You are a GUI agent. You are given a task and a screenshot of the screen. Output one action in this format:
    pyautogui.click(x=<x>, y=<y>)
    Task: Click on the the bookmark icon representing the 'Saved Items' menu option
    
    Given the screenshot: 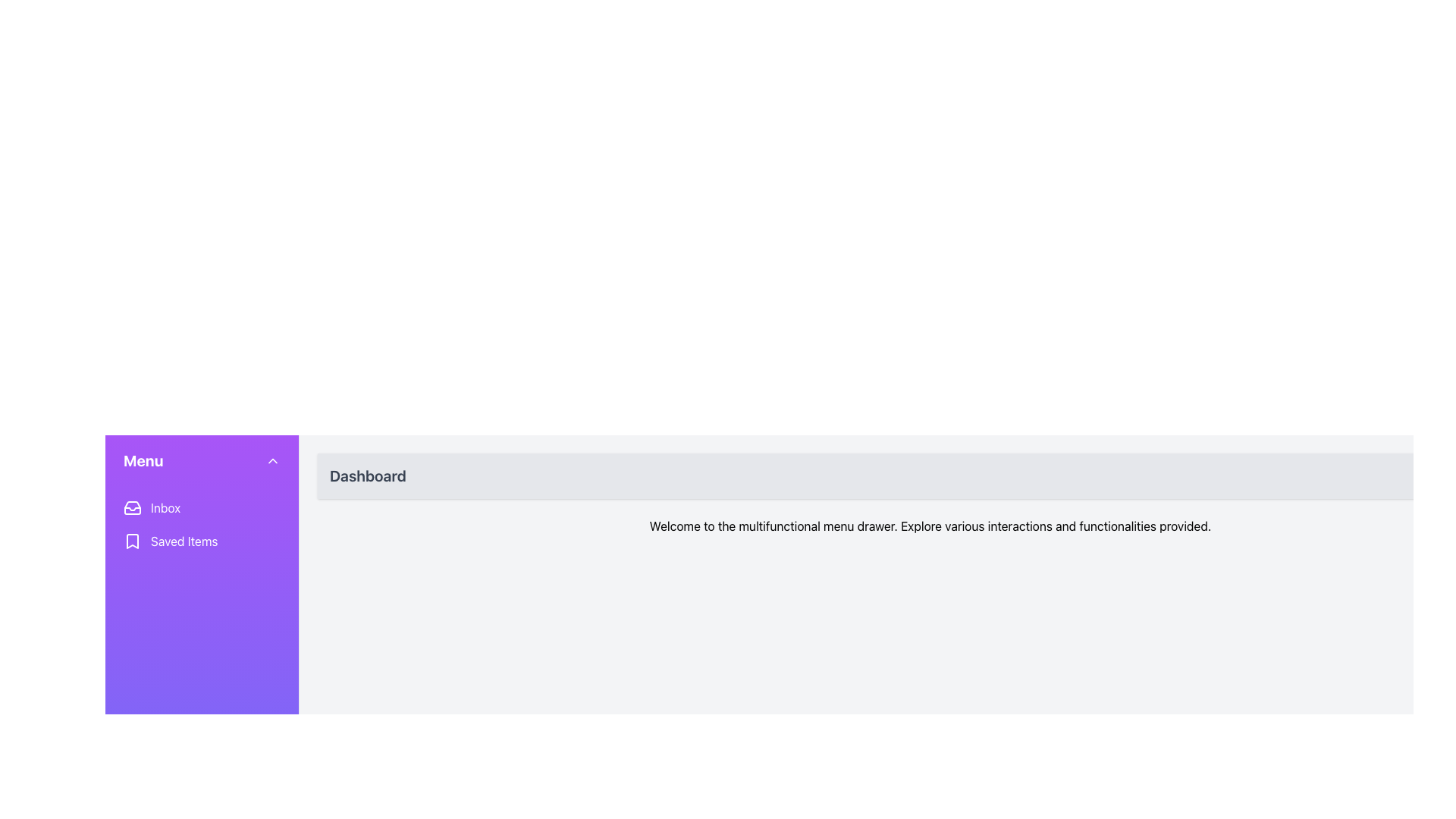 What is the action you would take?
    pyautogui.click(x=132, y=540)
    